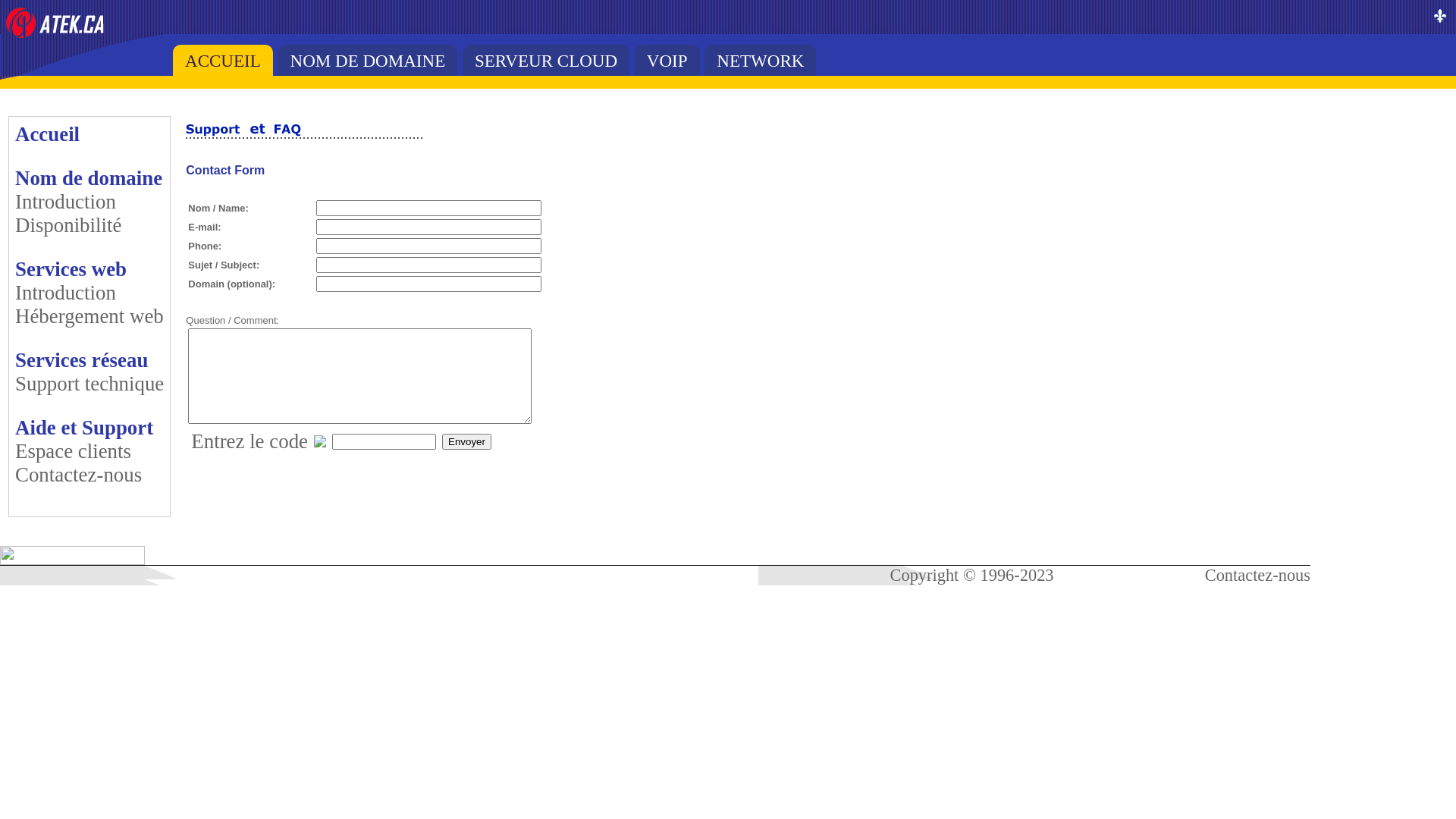  Describe the element at coordinates (667, 59) in the screenshot. I see `'VOIP'` at that location.